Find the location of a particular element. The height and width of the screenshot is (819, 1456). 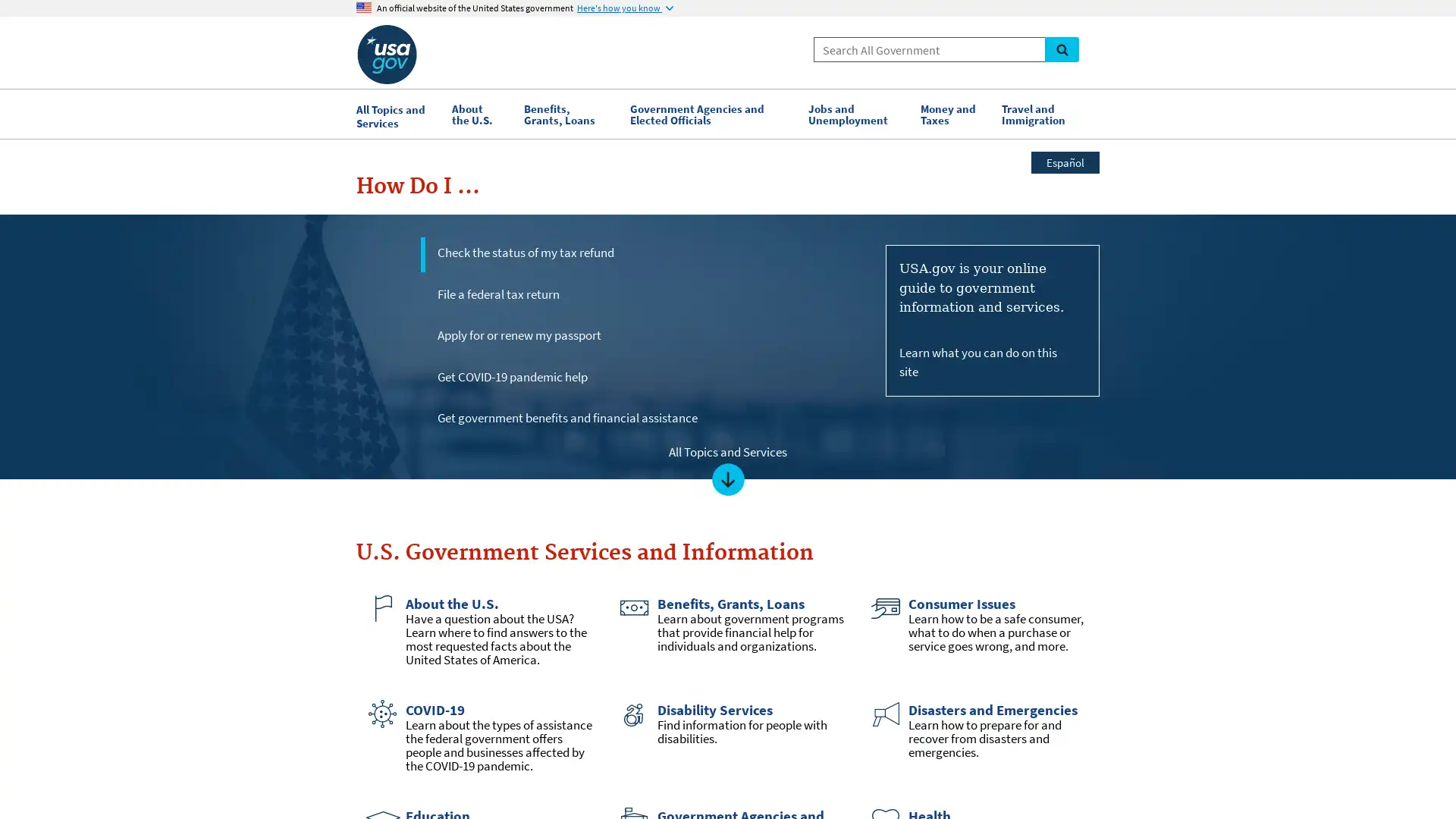

Money and Taxes is located at coordinates (952, 113).